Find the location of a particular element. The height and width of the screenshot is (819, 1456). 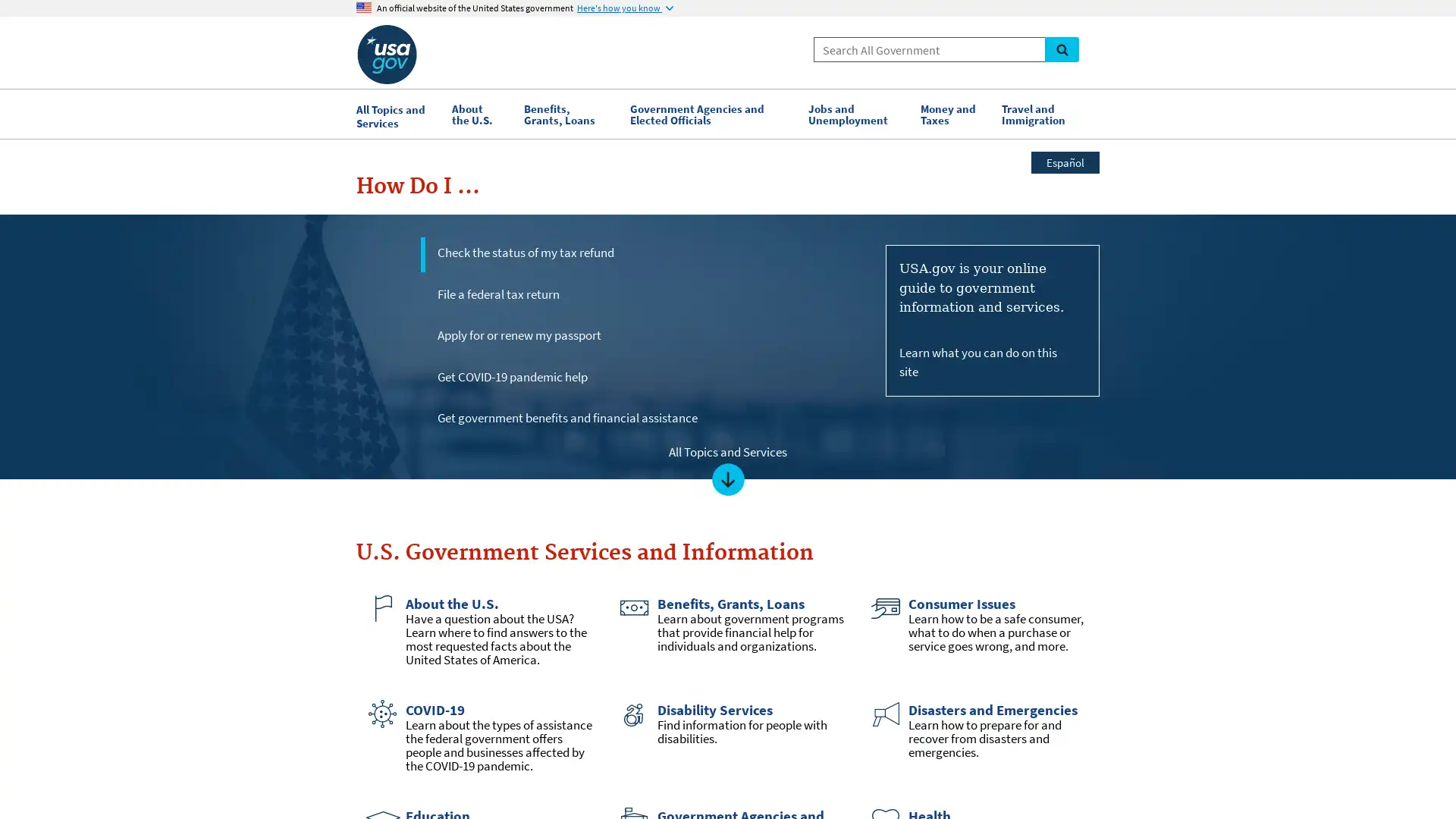

Money and Taxes is located at coordinates (952, 113).